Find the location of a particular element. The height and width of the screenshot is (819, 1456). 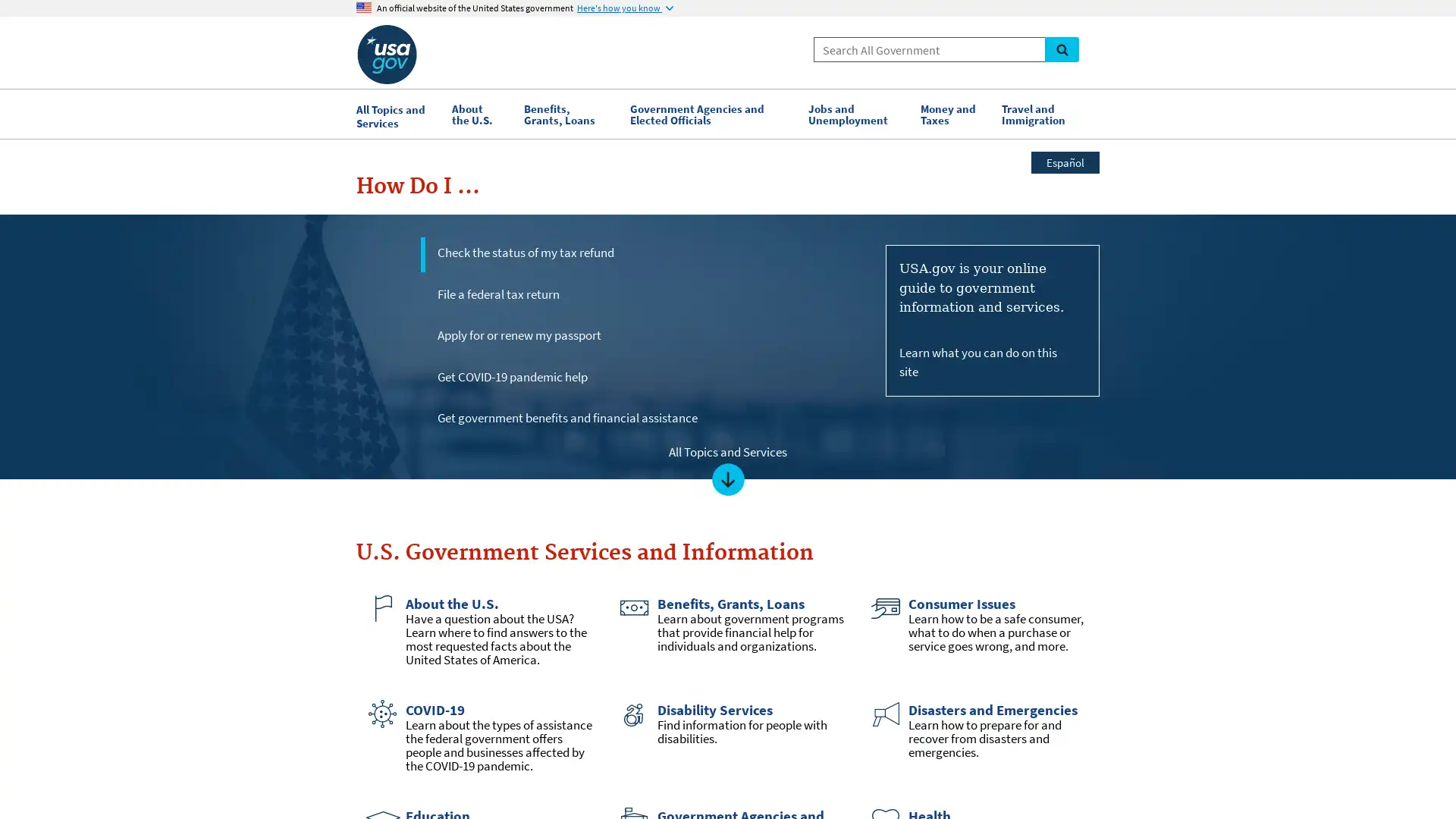

Money and Taxes is located at coordinates (952, 113).